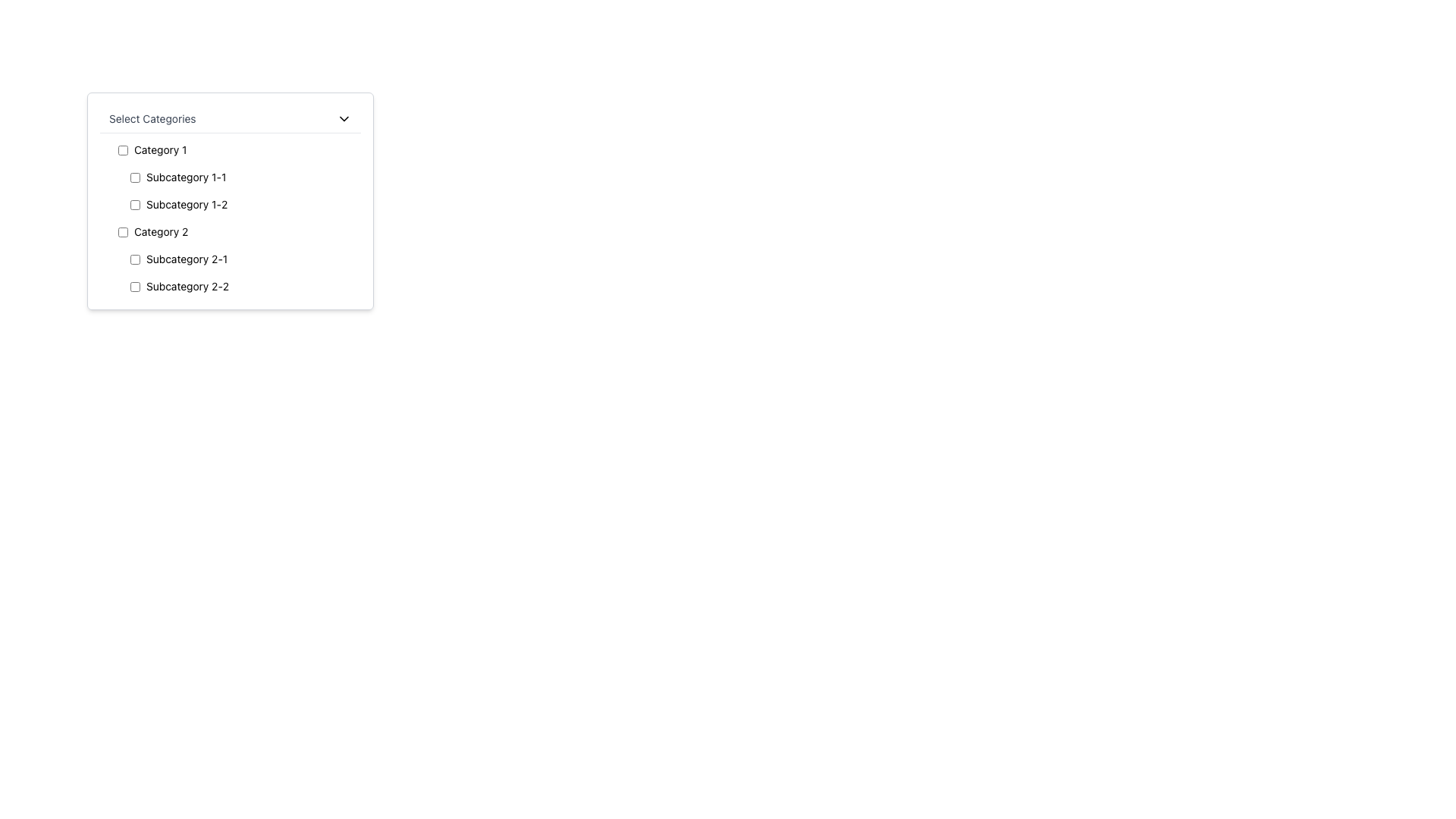 The image size is (1456, 819). What do you see at coordinates (135, 259) in the screenshot?
I see `the checkbox located to the left of the text 'Subcategory 2-1'` at bounding box center [135, 259].